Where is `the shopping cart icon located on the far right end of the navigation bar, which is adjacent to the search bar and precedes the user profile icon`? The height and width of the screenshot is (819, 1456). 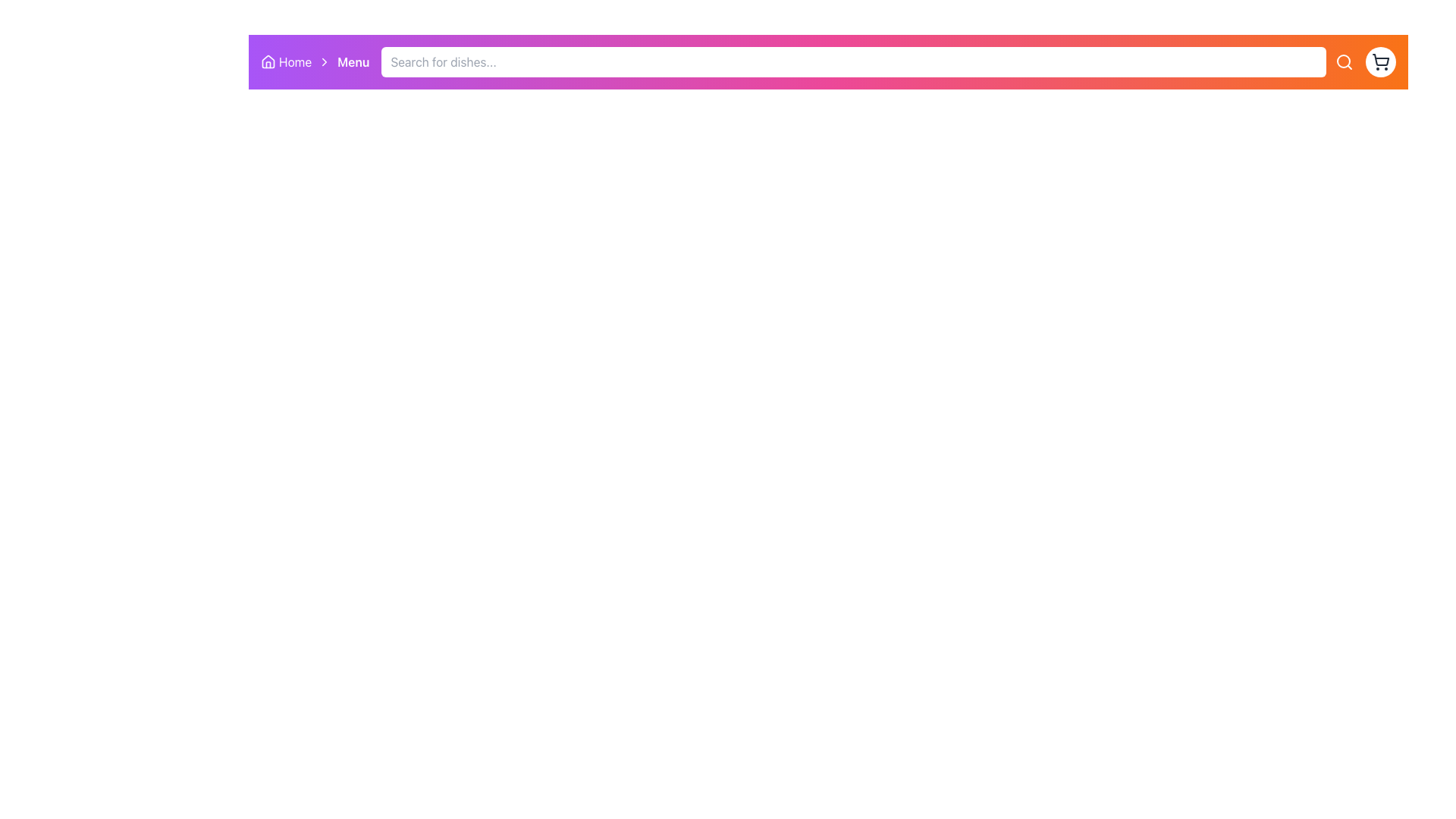
the shopping cart icon located on the far right end of the navigation bar, which is adjacent to the search bar and precedes the user profile icon is located at coordinates (1381, 59).